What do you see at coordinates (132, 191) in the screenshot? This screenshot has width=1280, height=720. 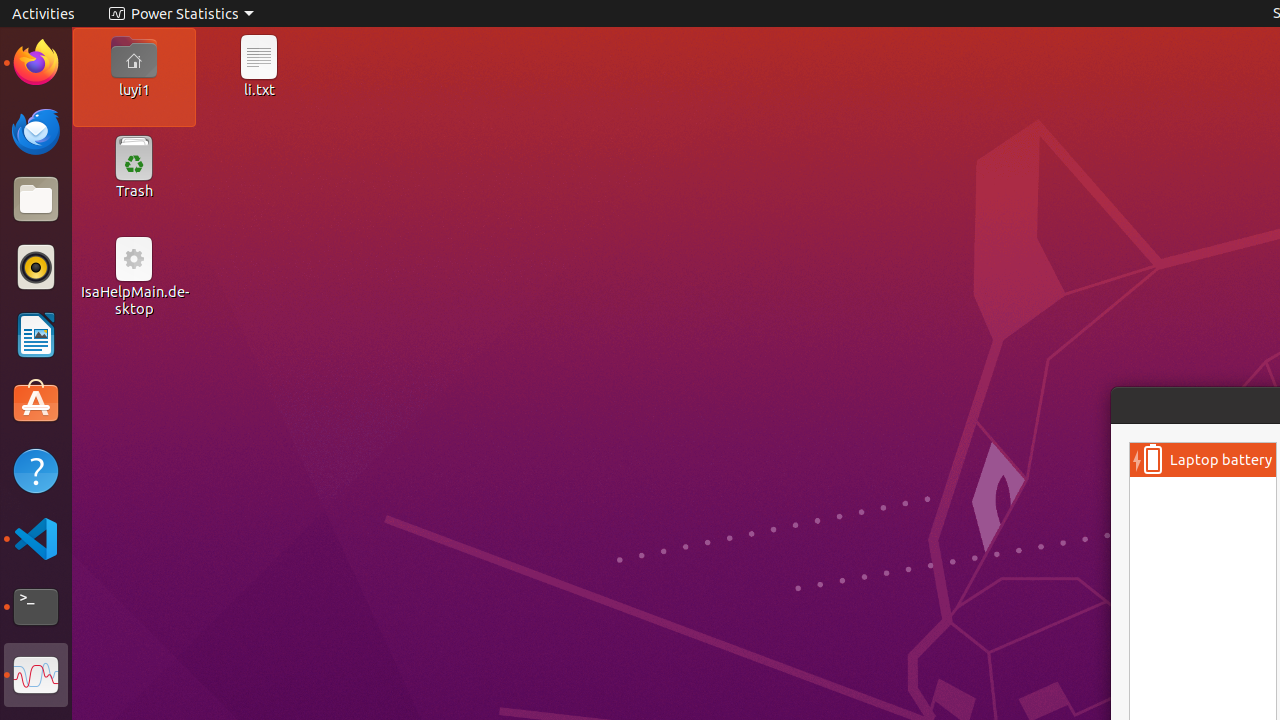 I see `'Trash'` at bounding box center [132, 191].